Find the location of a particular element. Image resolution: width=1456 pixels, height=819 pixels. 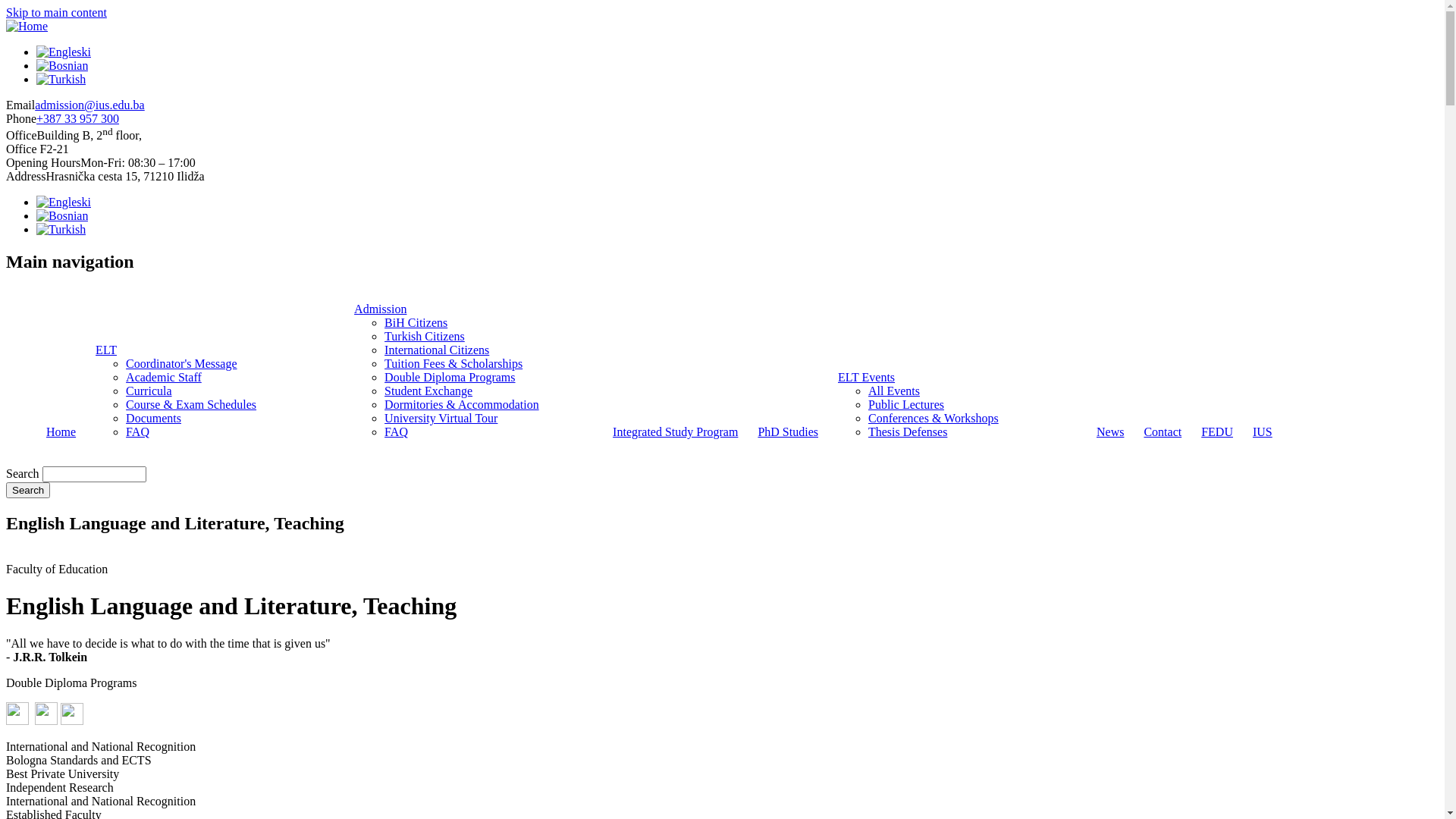

'Public Lectures' is located at coordinates (906, 403).